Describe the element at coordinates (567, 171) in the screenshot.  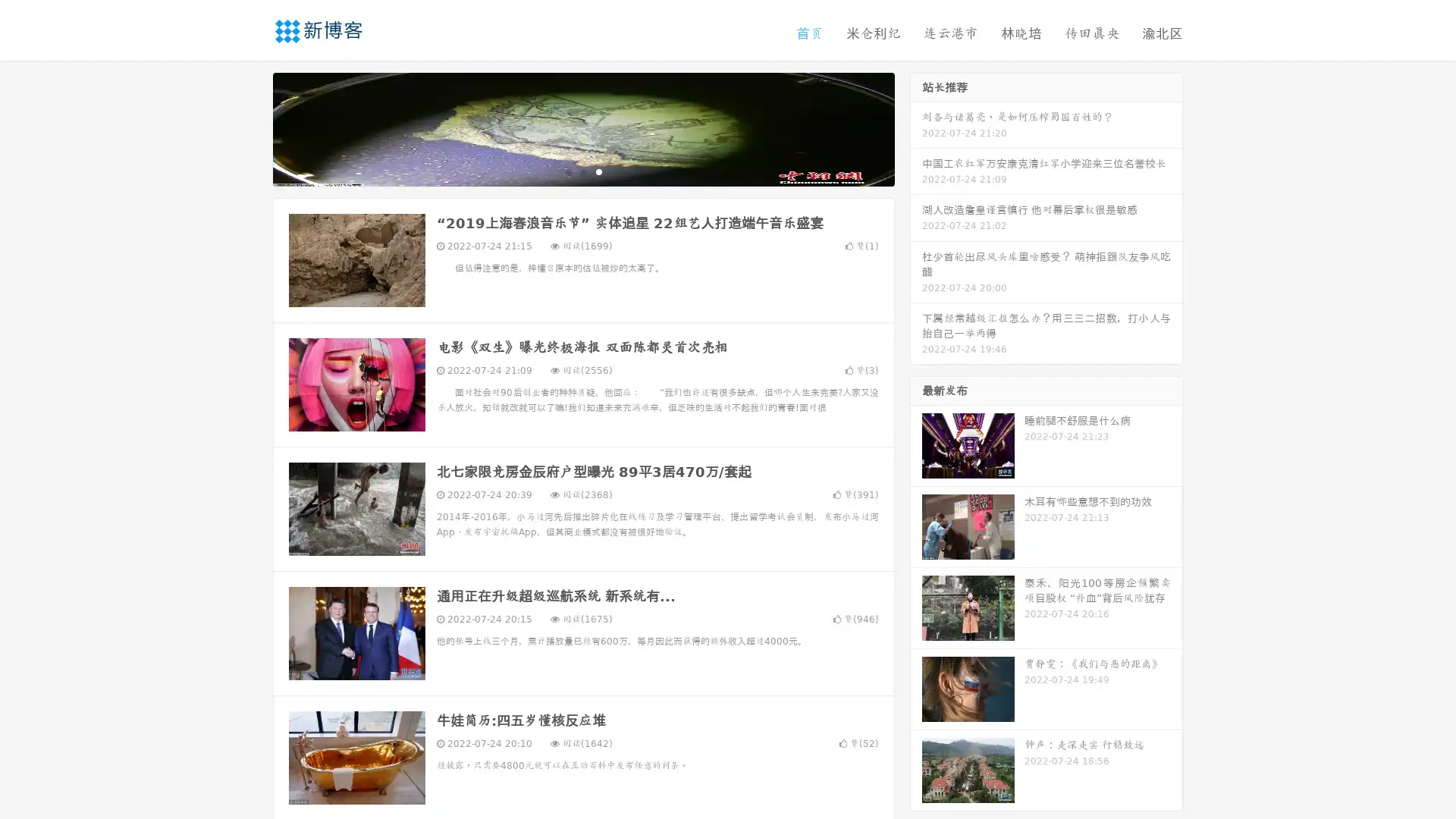
I see `Go to slide 1` at that location.